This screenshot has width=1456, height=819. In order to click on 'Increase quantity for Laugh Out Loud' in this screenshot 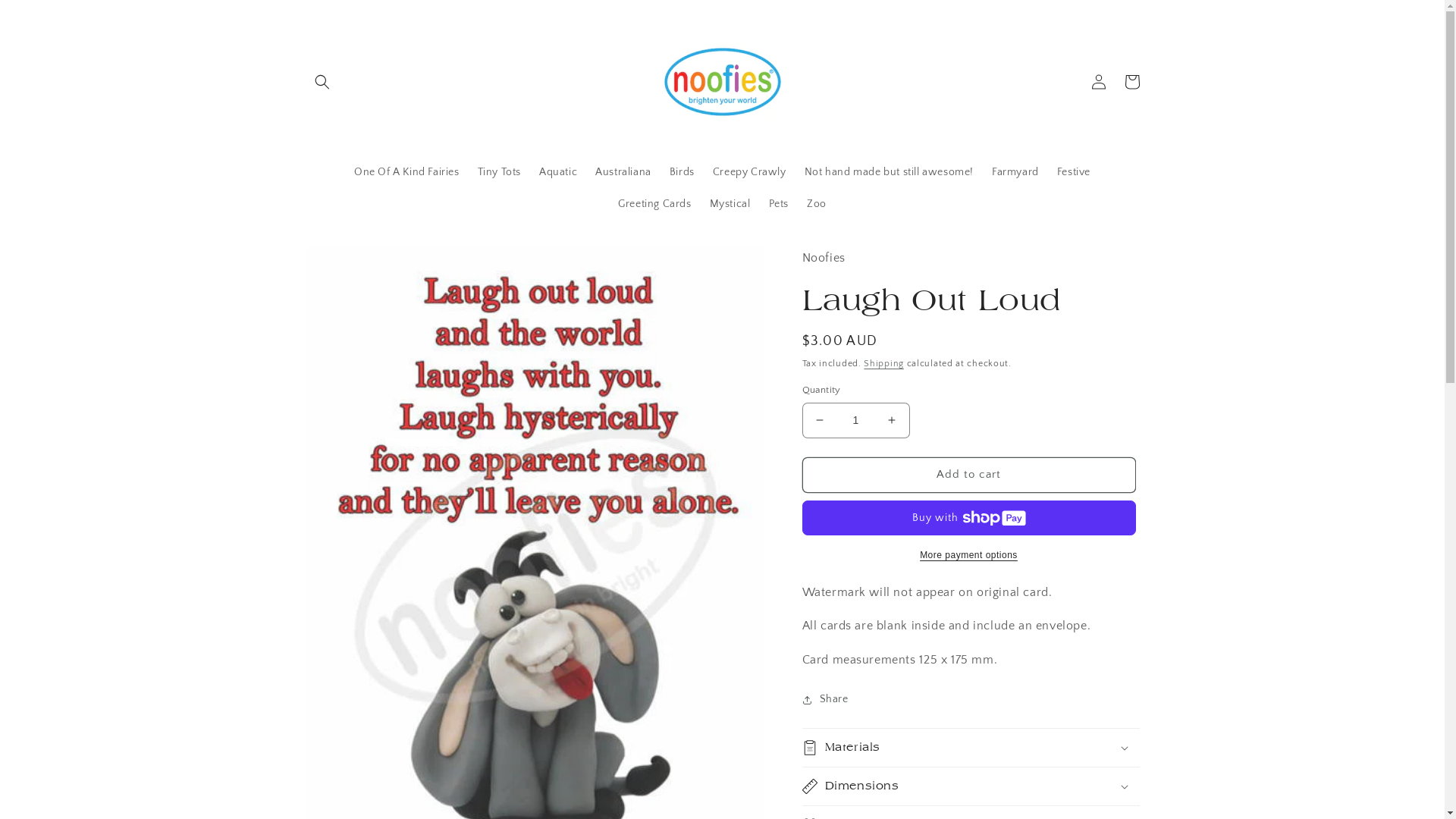, I will do `click(892, 420)`.